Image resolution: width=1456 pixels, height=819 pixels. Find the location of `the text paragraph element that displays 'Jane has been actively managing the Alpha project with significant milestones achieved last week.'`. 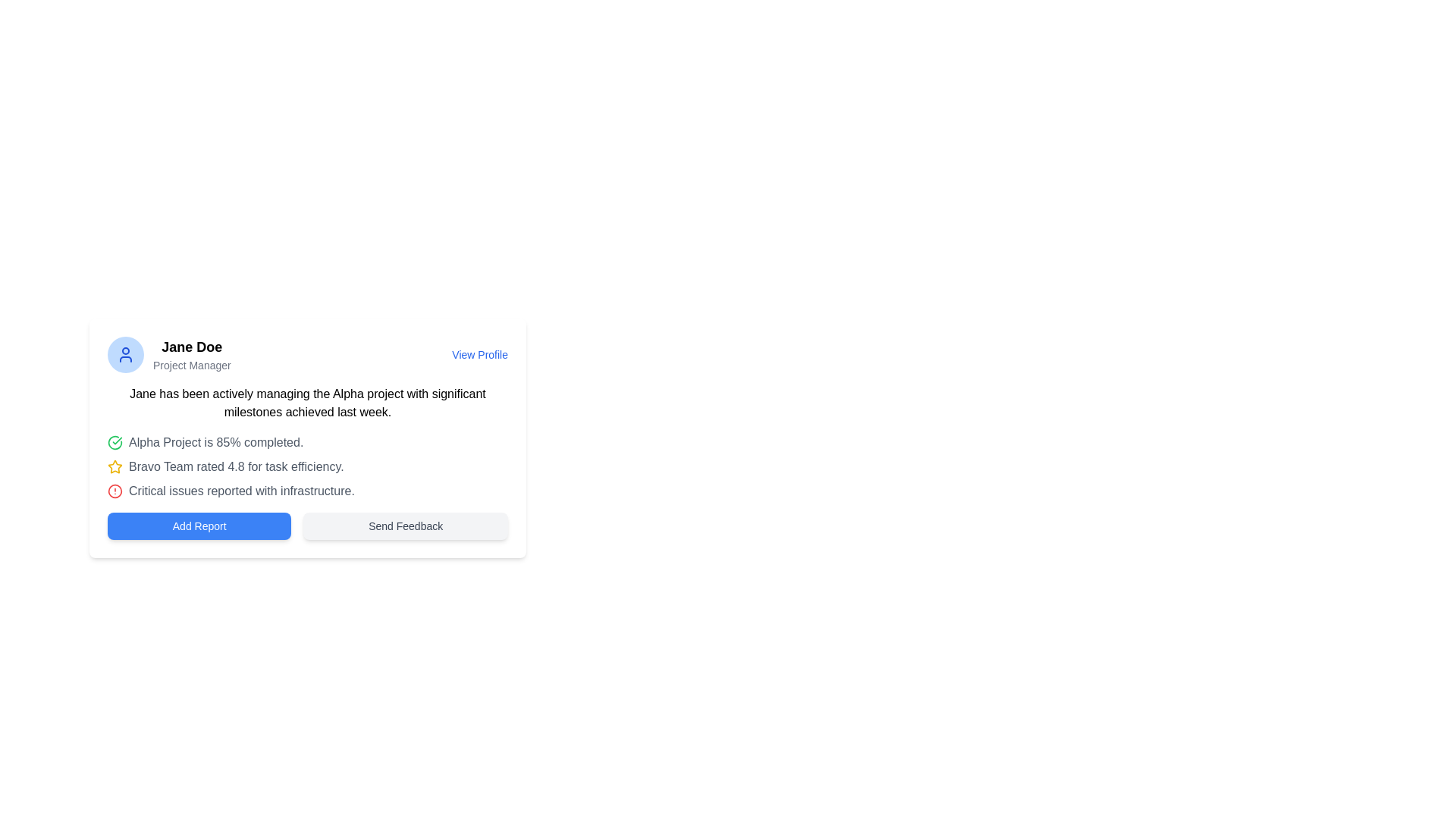

the text paragraph element that displays 'Jane has been actively managing the Alpha project with significant milestones achieved last week.' is located at coordinates (307, 403).